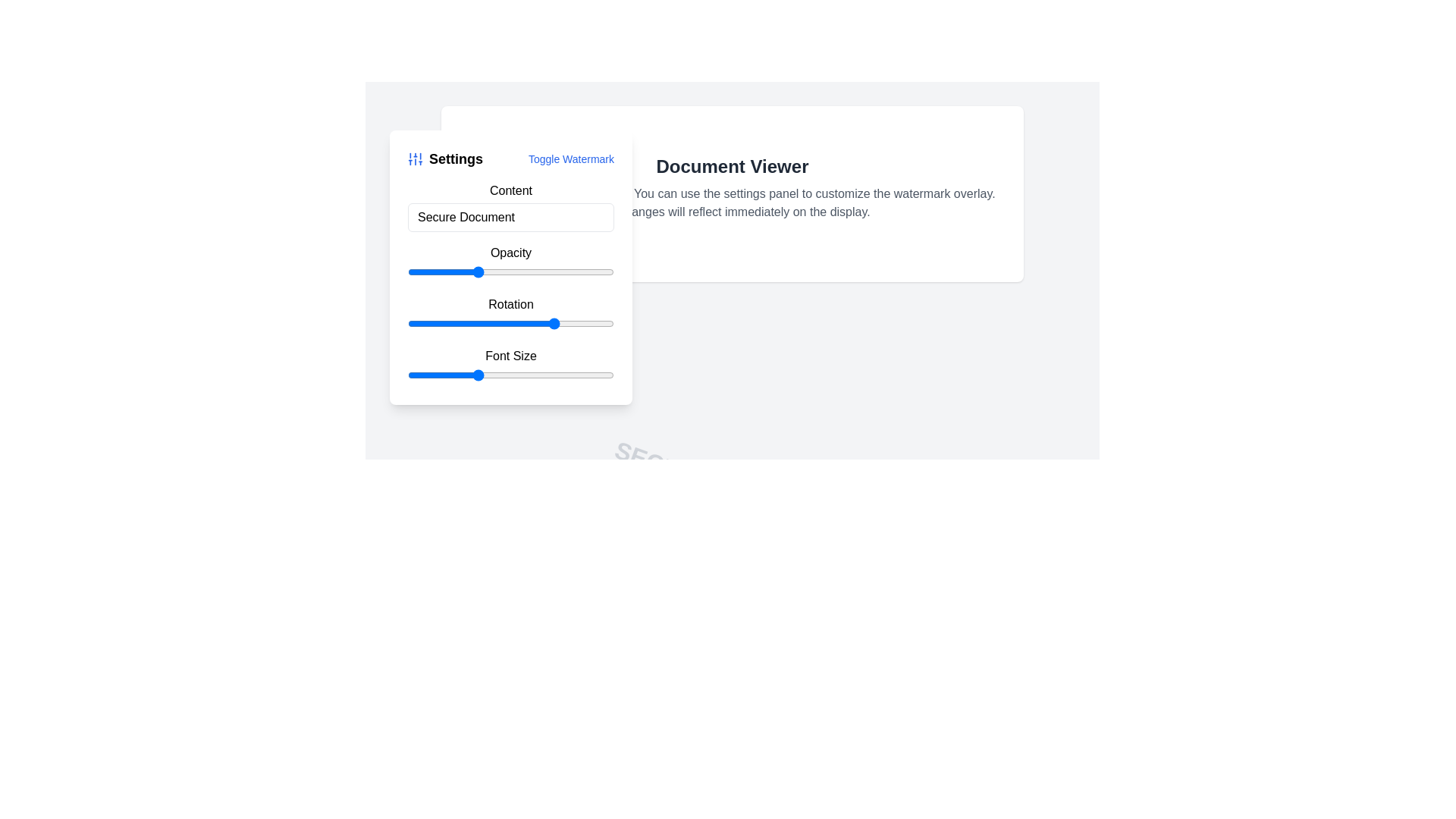  What do you see at coordinates (413, 323) in the screenshot?
I see `the rotation value` at bounding box center [413, 323].